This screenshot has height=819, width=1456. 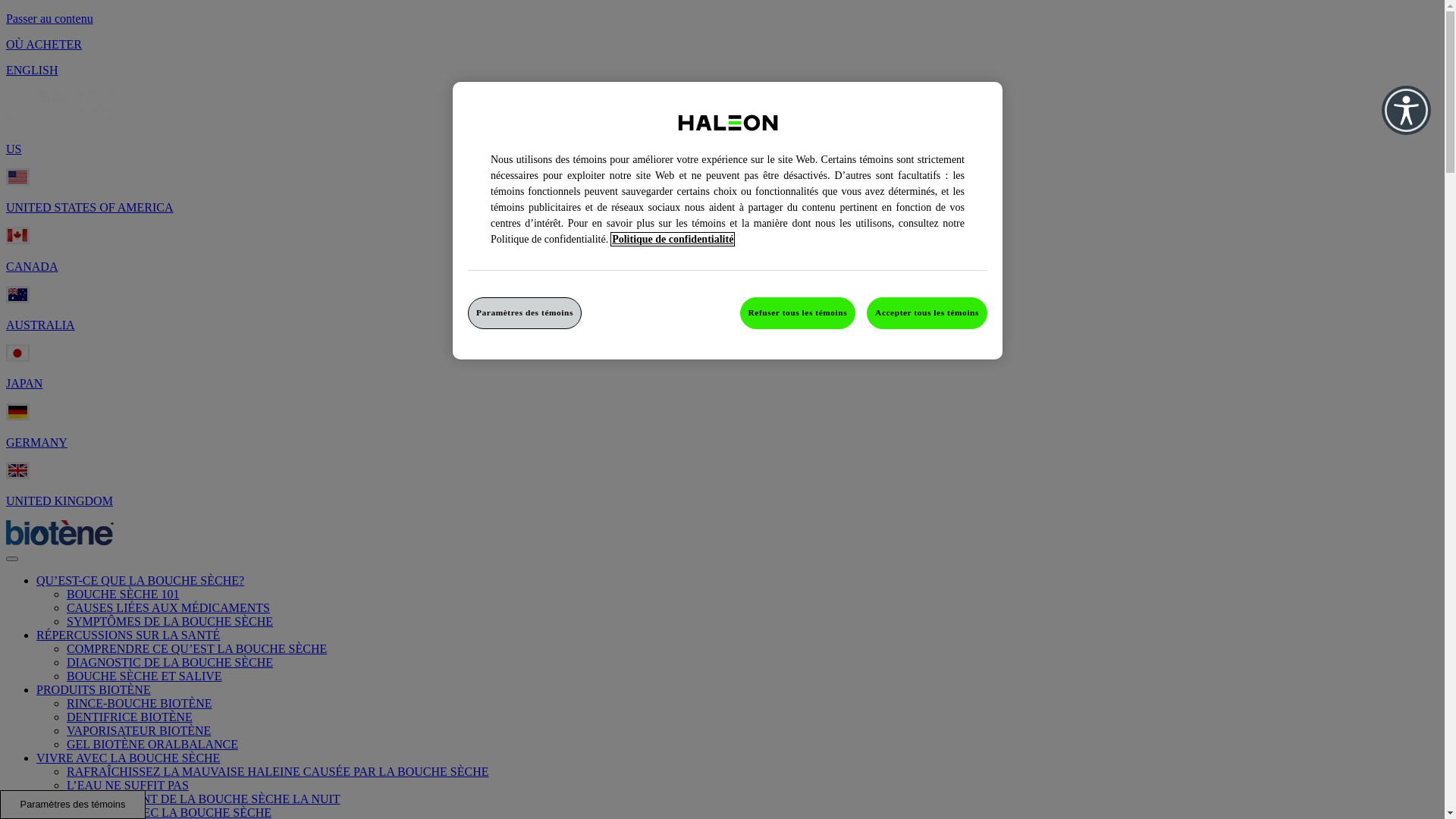 I want to click on 'CANADA', so click(x=32, y=265).